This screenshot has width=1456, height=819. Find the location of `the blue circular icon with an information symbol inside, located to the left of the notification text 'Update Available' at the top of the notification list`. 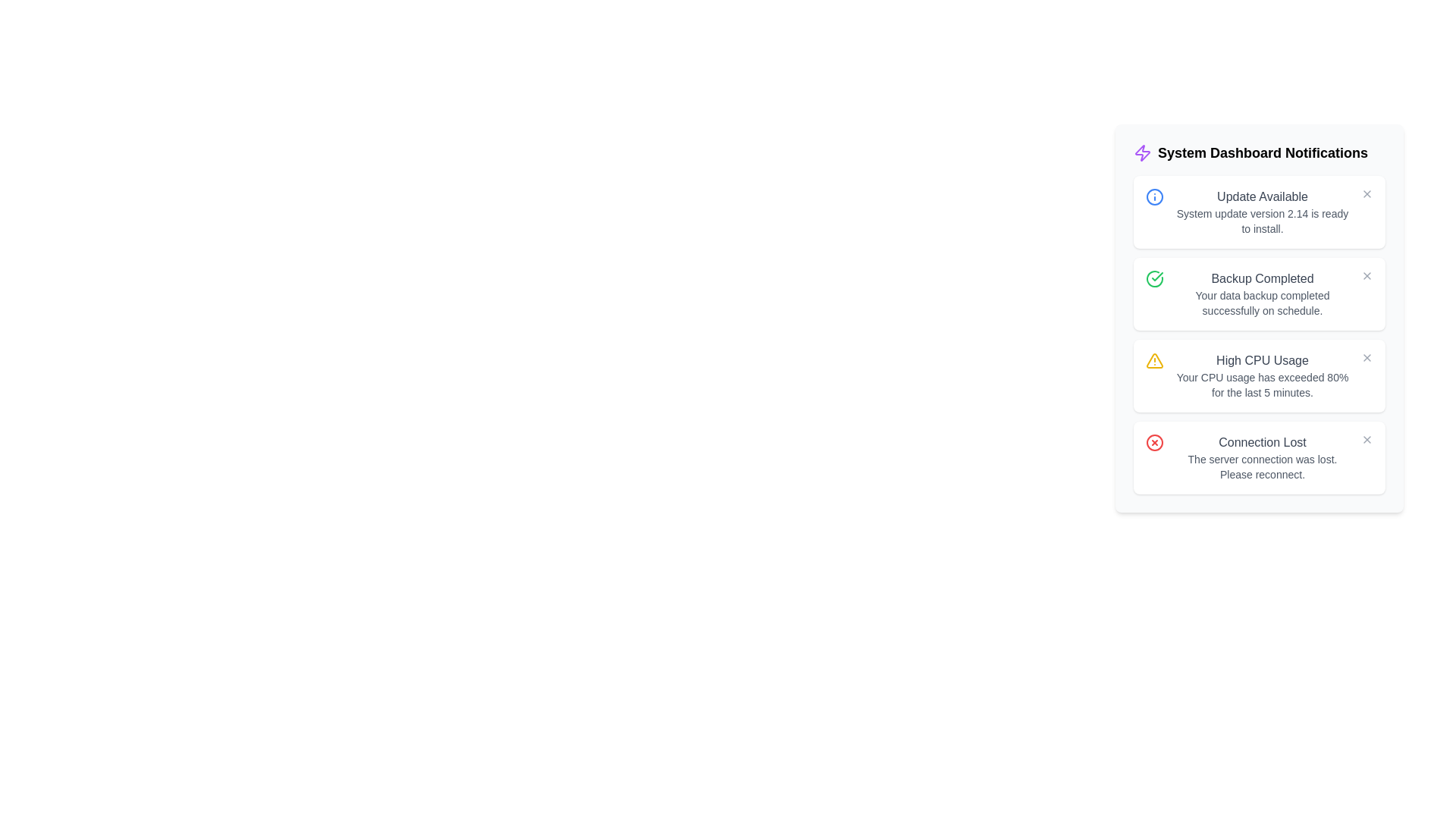

the blue circular icon with an information symbol inside, located to the left of the notification text 'Update Available' at the top of the notification list is located at coordinates (1153, 196).